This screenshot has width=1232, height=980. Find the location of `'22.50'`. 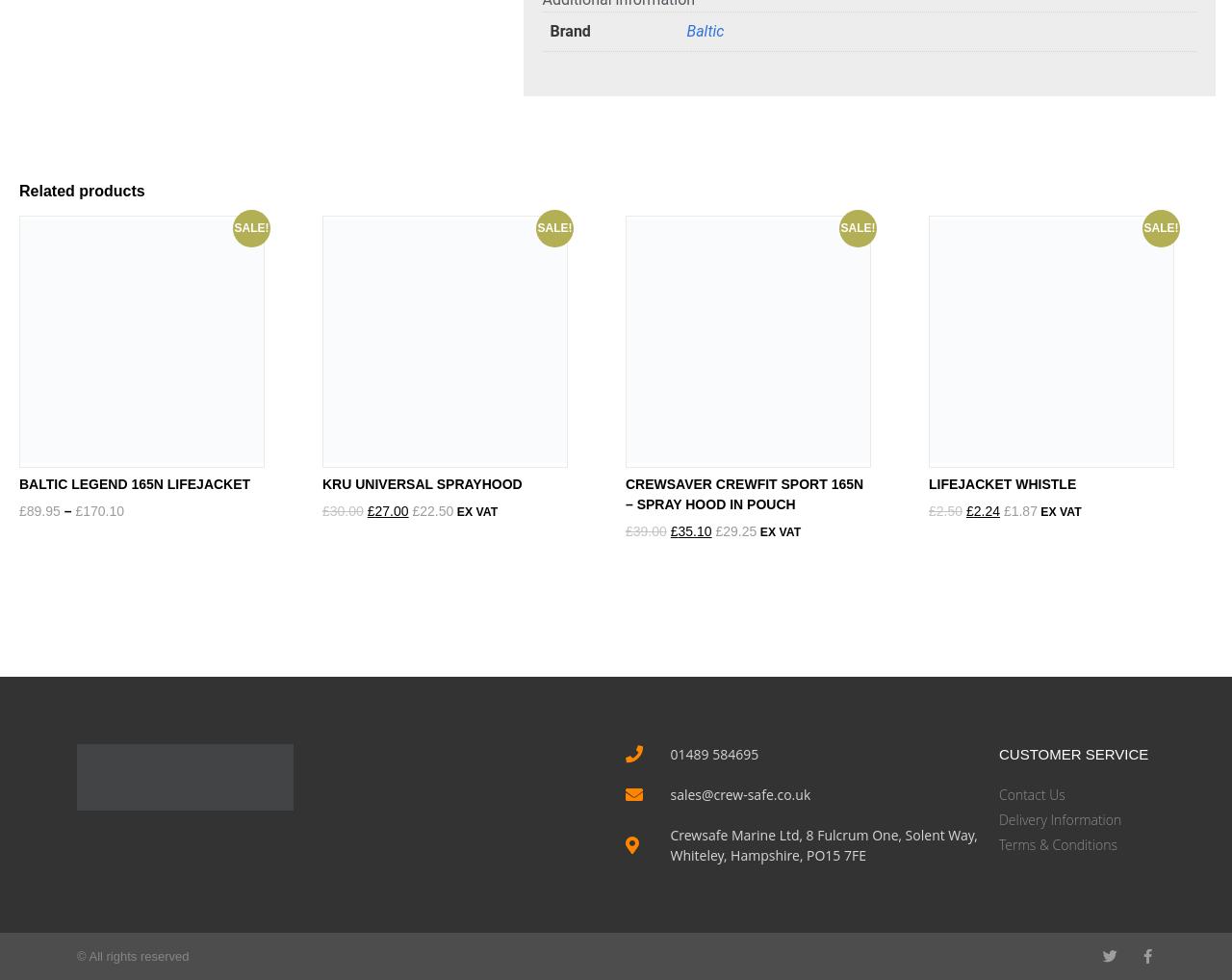

'22.50' is located at coordinates (418, 508).